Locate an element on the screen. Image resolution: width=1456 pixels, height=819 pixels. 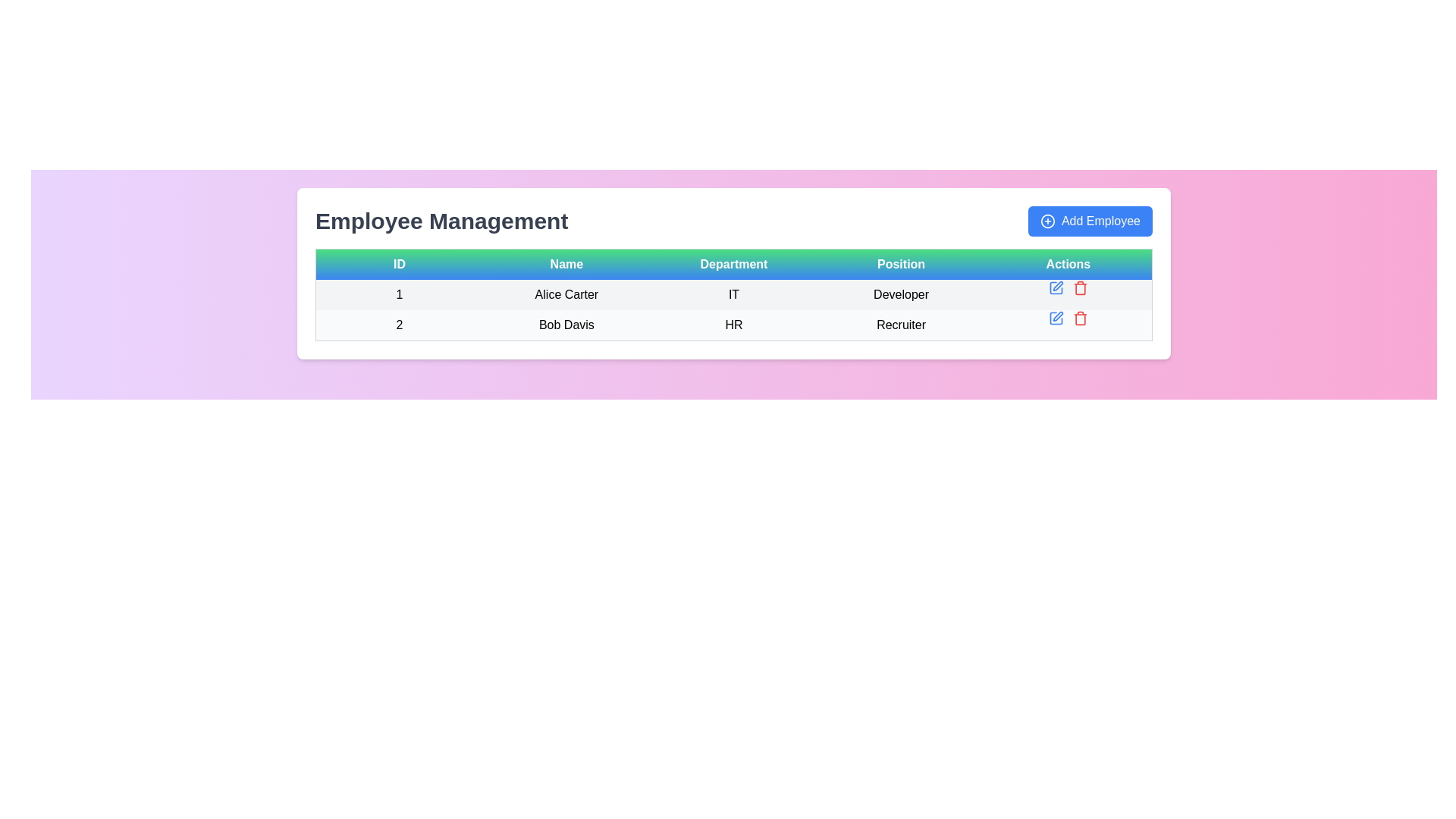
the delete icon in the Interactive Icon Group located in the last column of the second row under the 'Actions' header, aligned with the 'Bob Davis' row is located at coordinates (1067, 318).